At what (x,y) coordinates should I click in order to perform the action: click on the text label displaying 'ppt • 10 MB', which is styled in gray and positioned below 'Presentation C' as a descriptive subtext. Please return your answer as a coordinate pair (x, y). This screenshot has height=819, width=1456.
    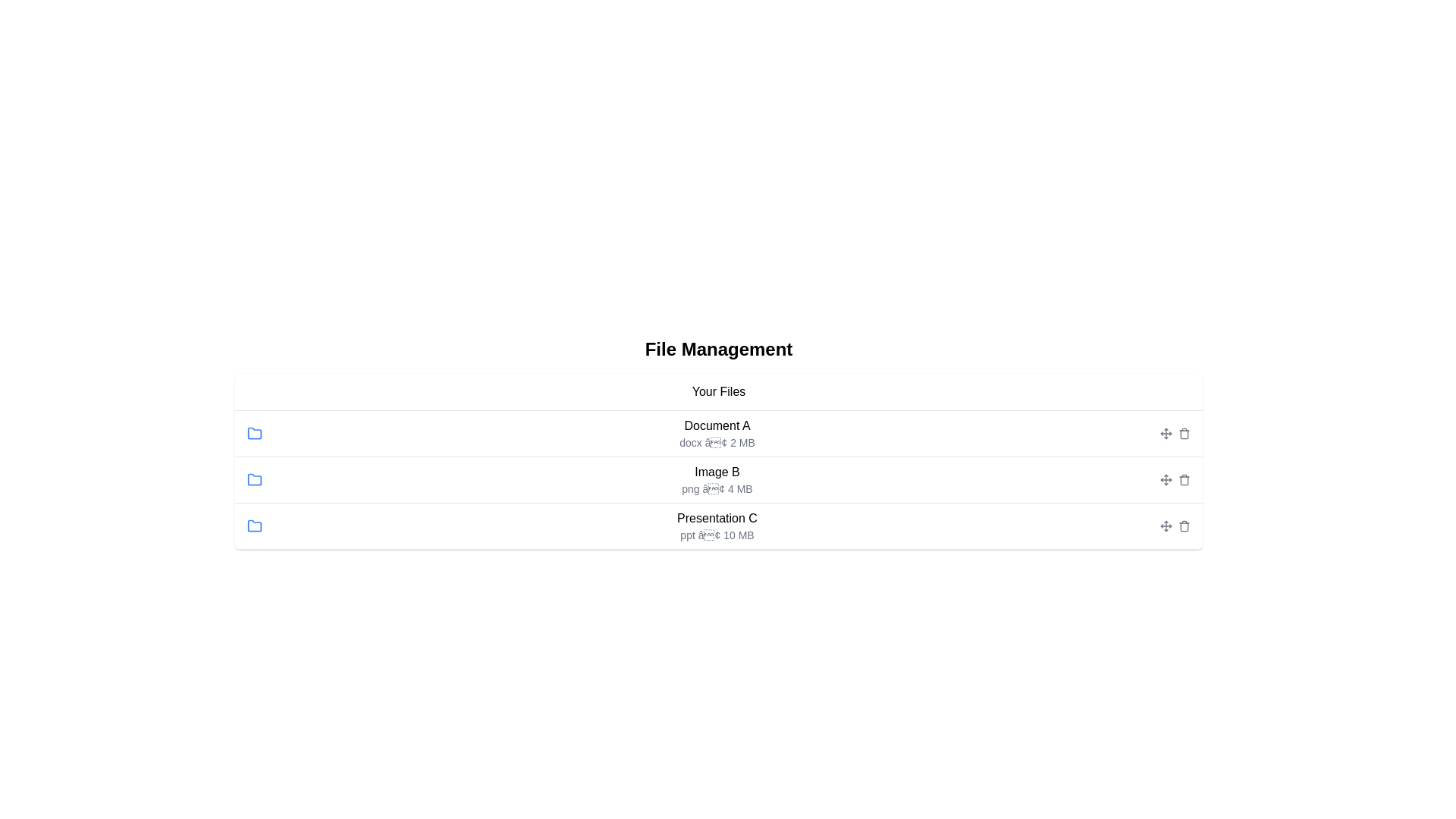
    Looking at the image, I should click on (716, 534).